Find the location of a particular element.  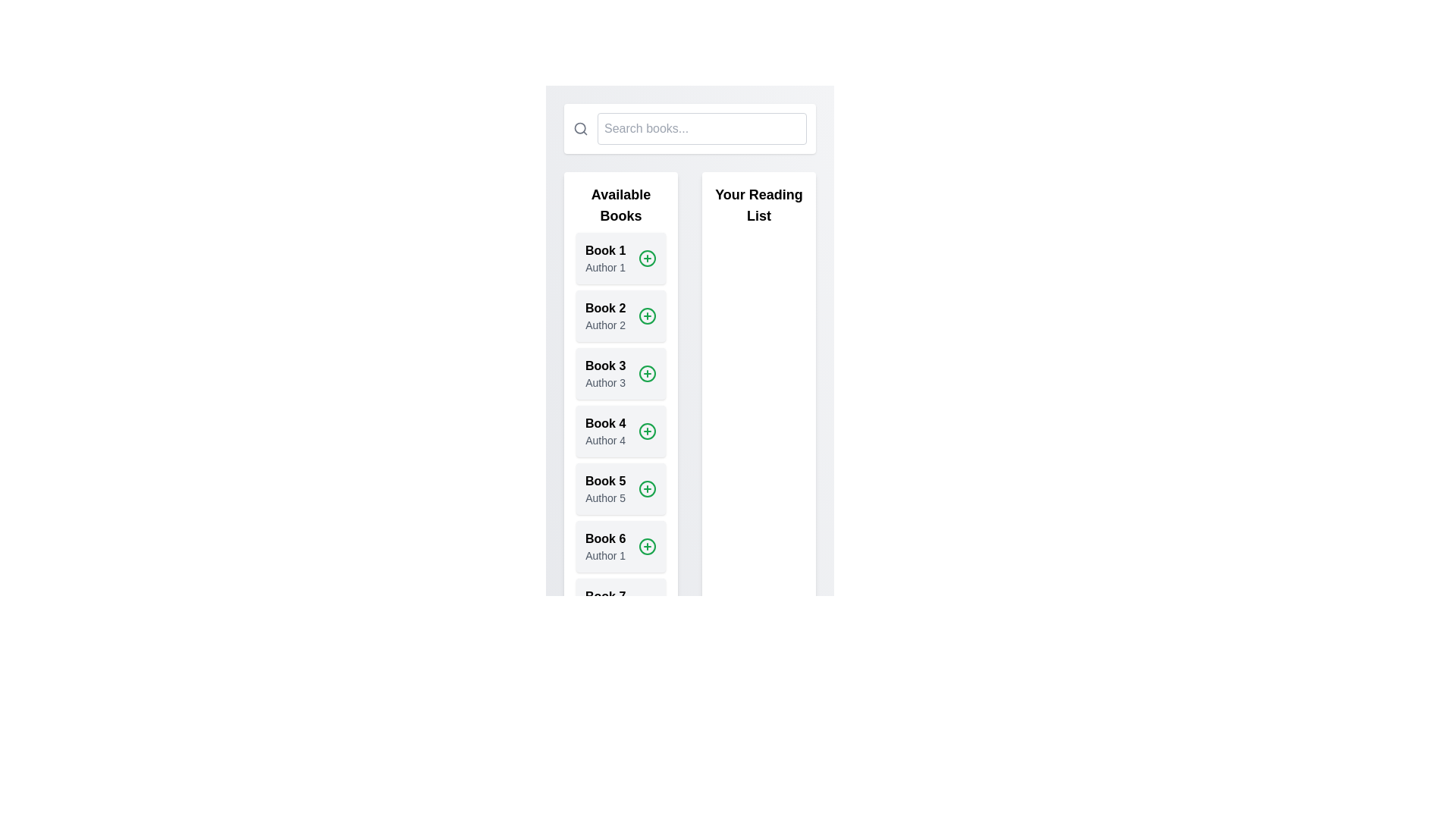

the outlined green circle button with a plus sign (+) located to the far-right of the book entry card for 'Book 6' by 'Author 1' in the 'Available Books' section is located at coordinates (648, 547).